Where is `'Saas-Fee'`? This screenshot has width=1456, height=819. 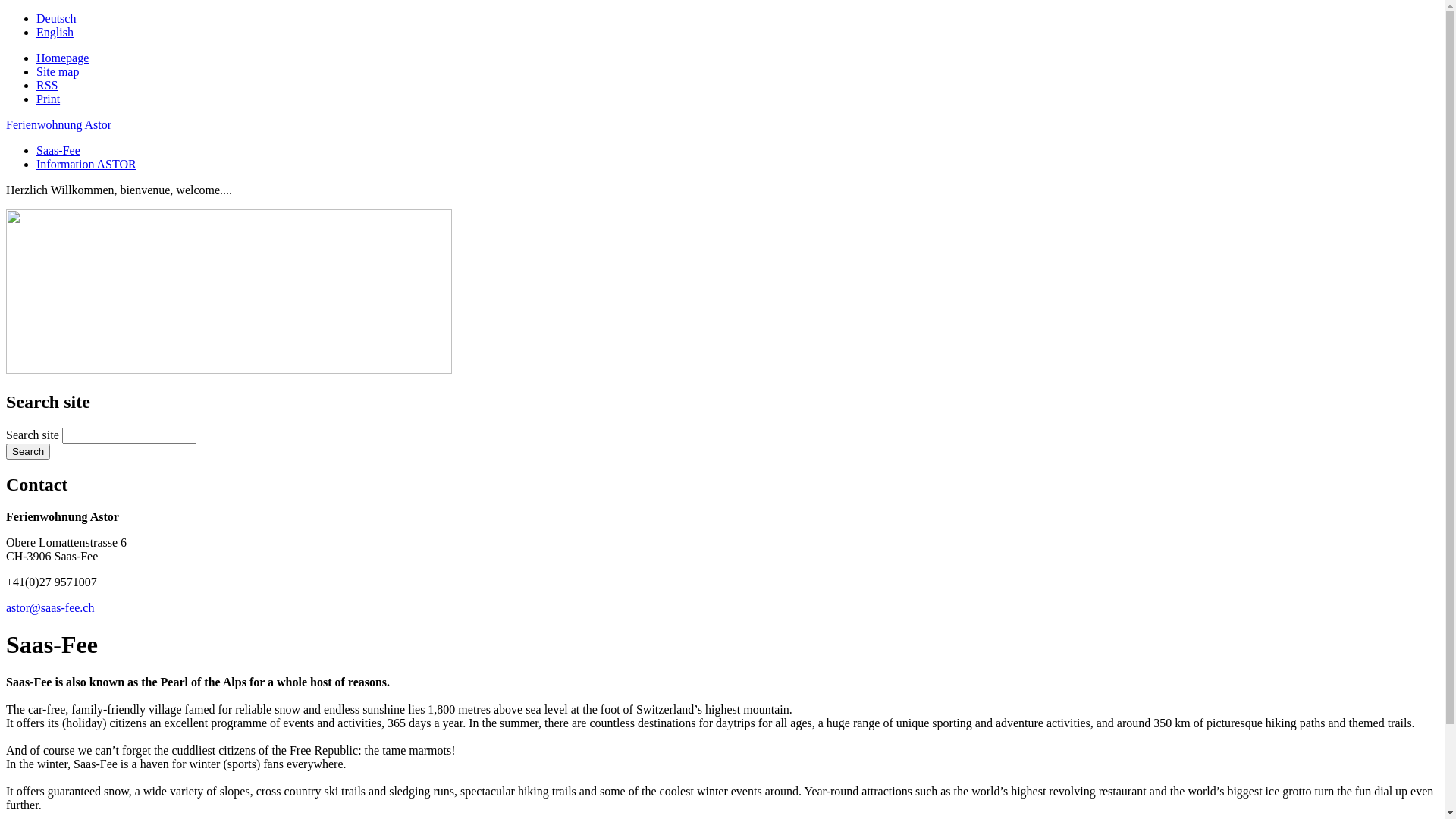
'Saas-Fee' is located at coordinates (36, 150).